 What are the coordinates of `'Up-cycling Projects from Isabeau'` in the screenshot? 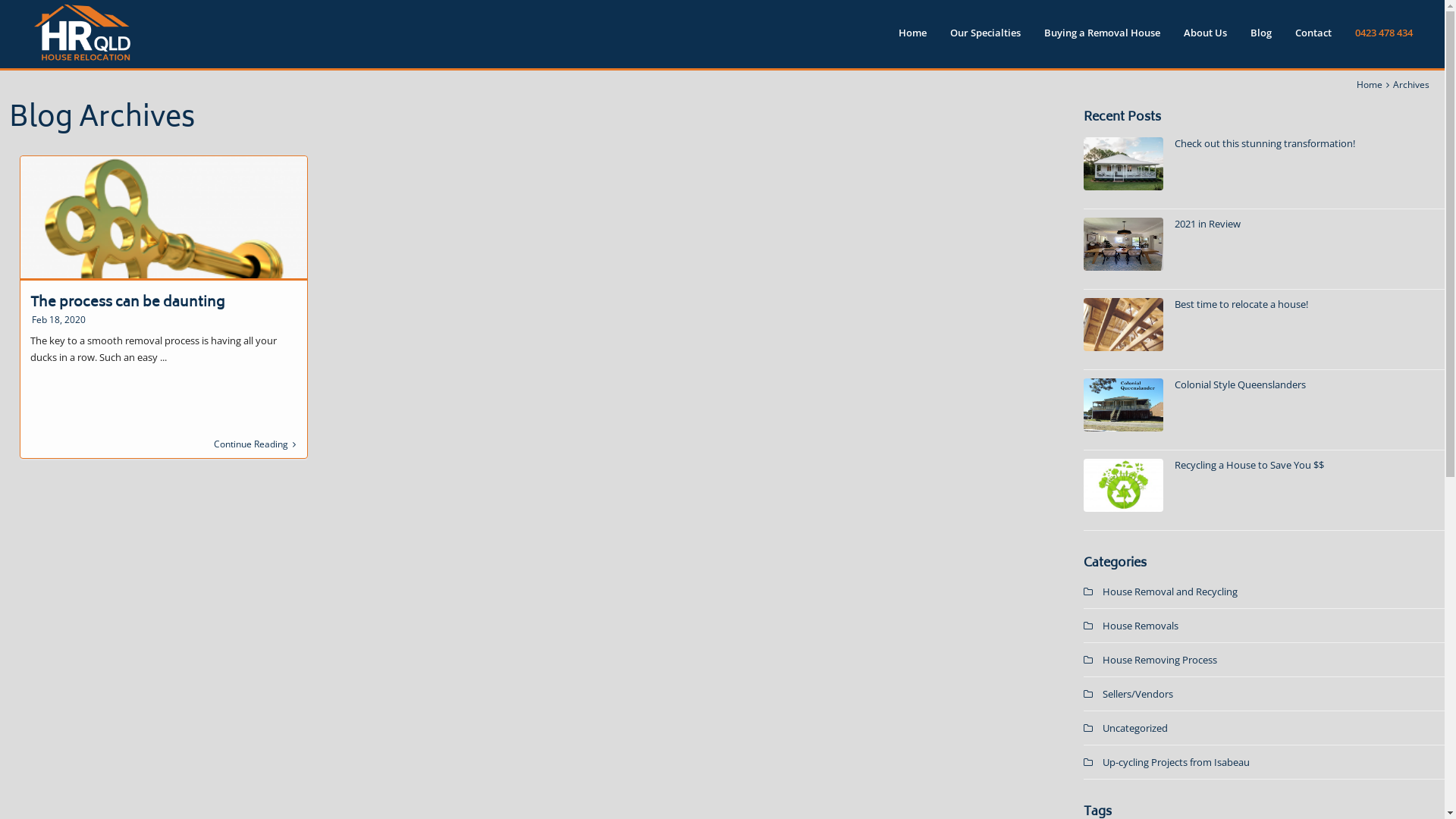 It's located at (1175, 762).